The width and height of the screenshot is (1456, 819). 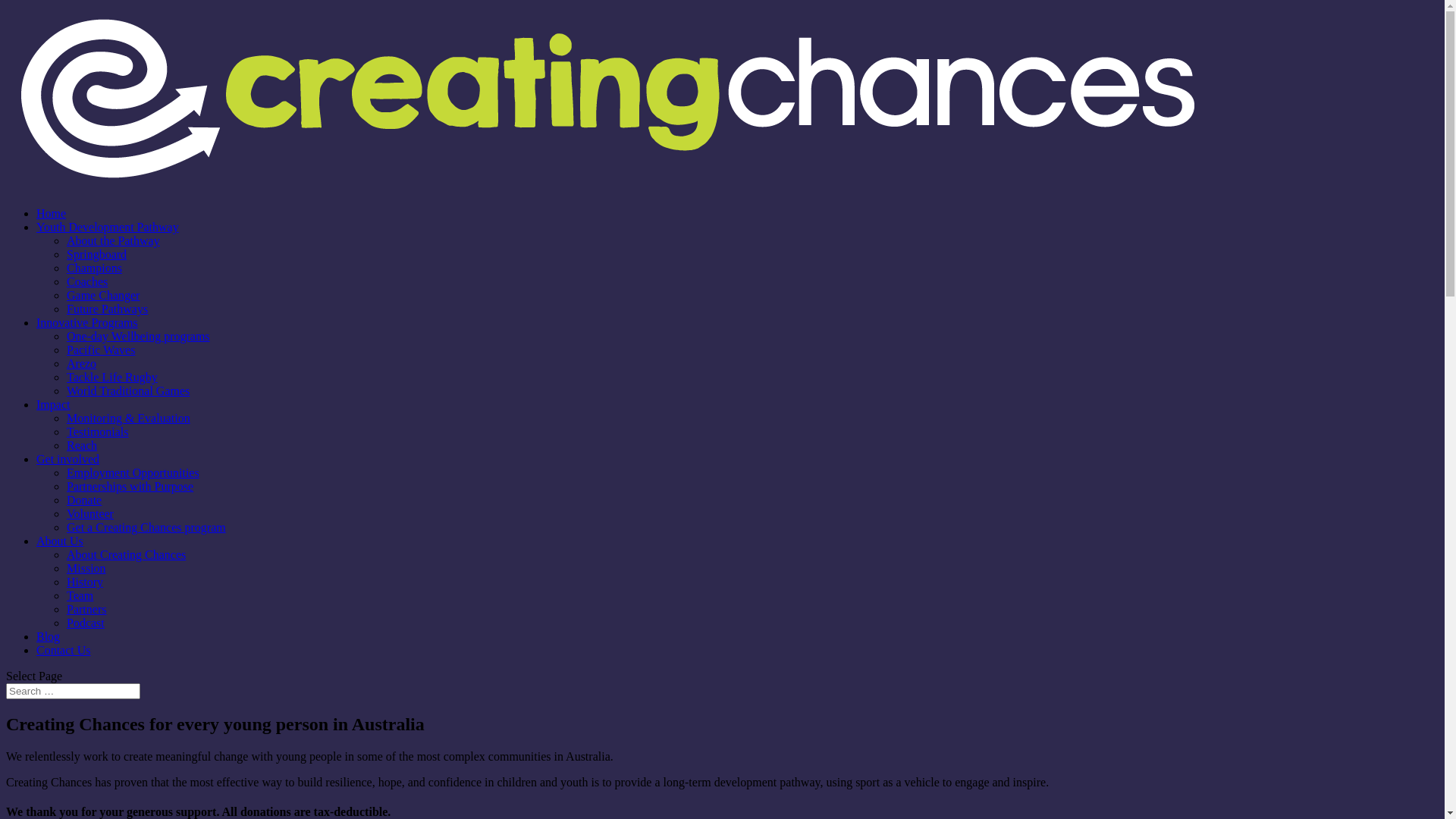 What do you see at coordinates (80, 363) in the screenshot?
I see `'Arezo'` at bounding box center [80, 363].